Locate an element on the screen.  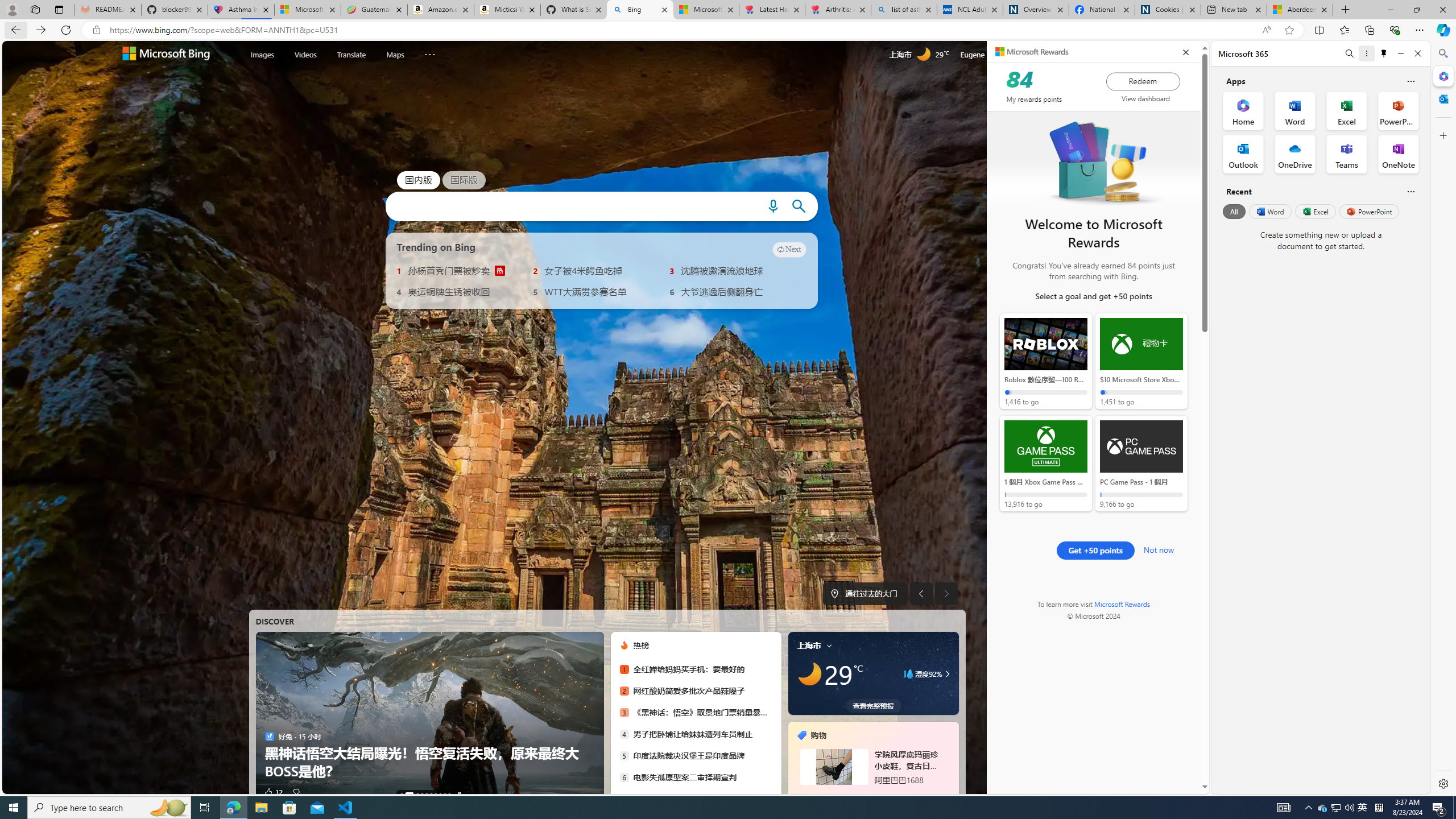
'Aberdeen, Hong Kong SAR hourly forecast | Microsoft Weather' is located at coordinates (1300, 9).